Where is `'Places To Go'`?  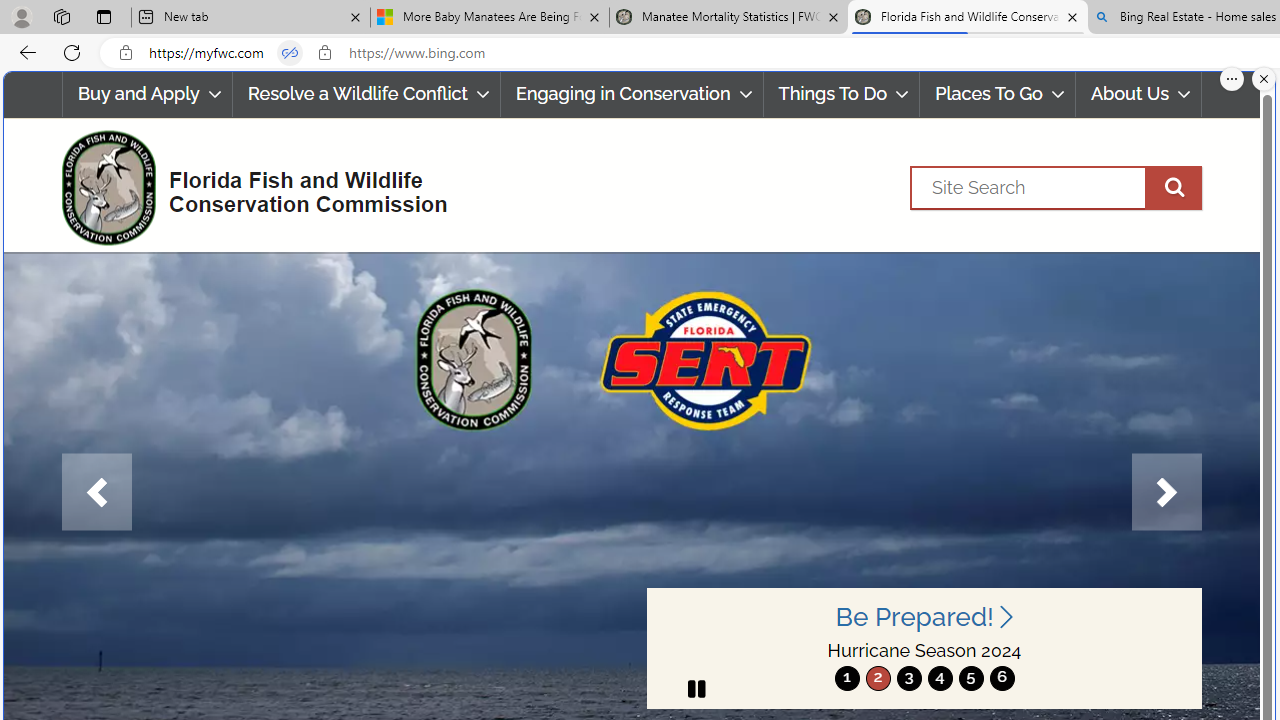
'Places To Go' is located at coordinates (997, 94).